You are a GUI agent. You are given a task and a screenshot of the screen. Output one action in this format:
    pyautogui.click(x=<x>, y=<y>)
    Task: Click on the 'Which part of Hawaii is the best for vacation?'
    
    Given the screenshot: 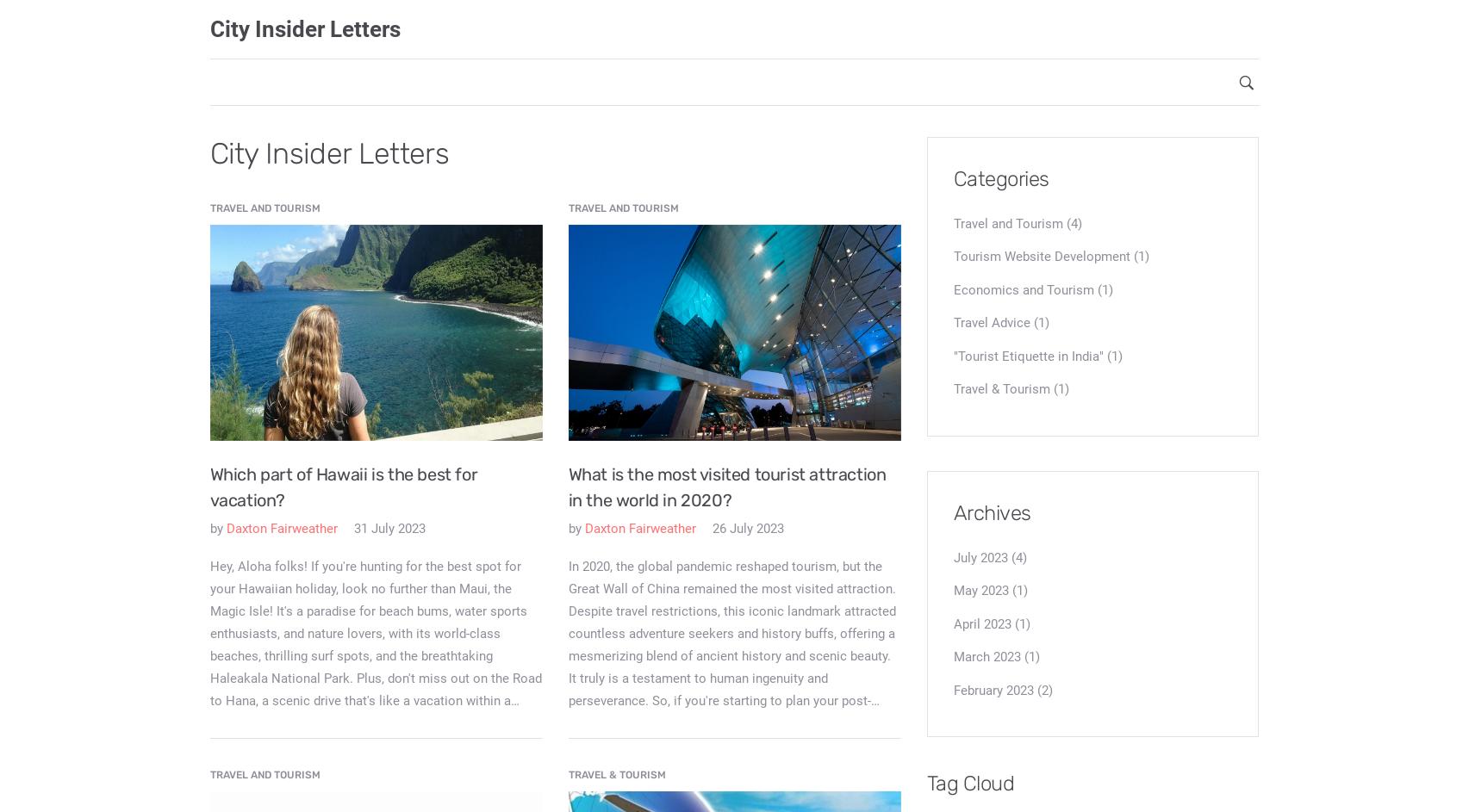 What is the action you would take?
    pyautogui.click(x=342, y=487)
    